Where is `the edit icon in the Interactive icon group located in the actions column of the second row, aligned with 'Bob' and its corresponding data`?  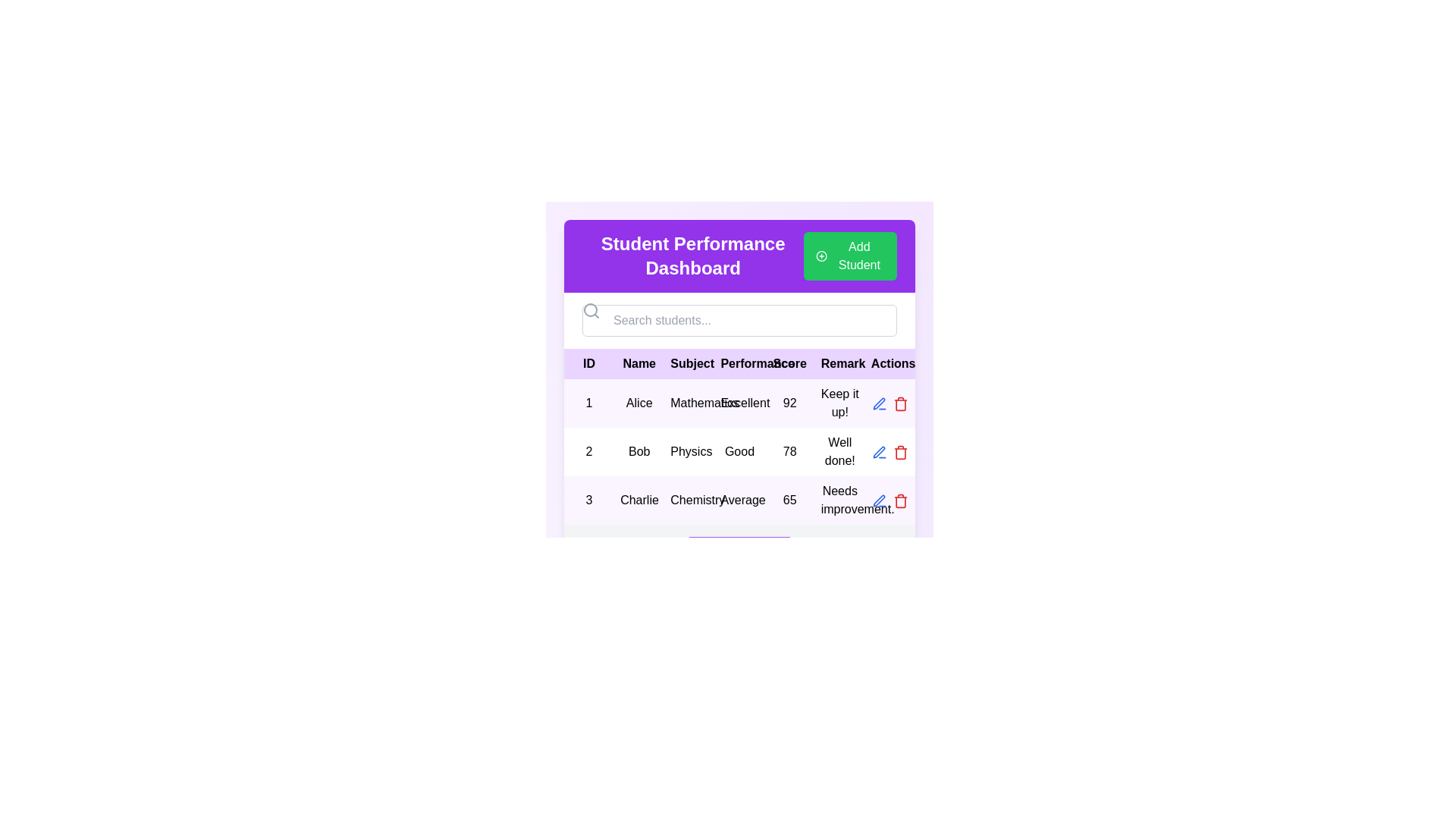 the edit icon in the Interactive icon group located in the actions column of the second row, aligned with 'Bob' and its corresponding data is located at coordinates (890, 451).